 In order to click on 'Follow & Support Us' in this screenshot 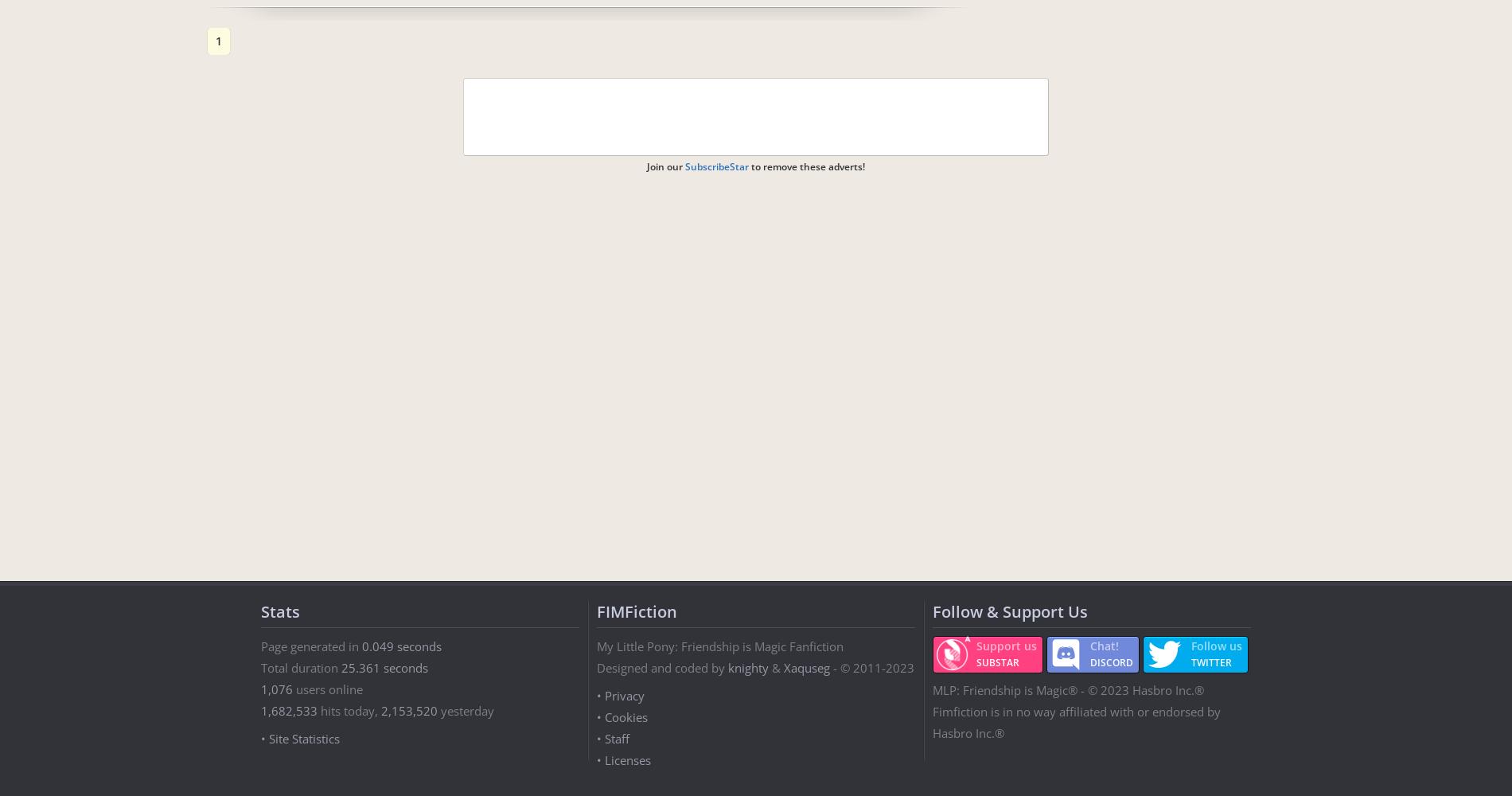, I will do `click(1009, 611)`.